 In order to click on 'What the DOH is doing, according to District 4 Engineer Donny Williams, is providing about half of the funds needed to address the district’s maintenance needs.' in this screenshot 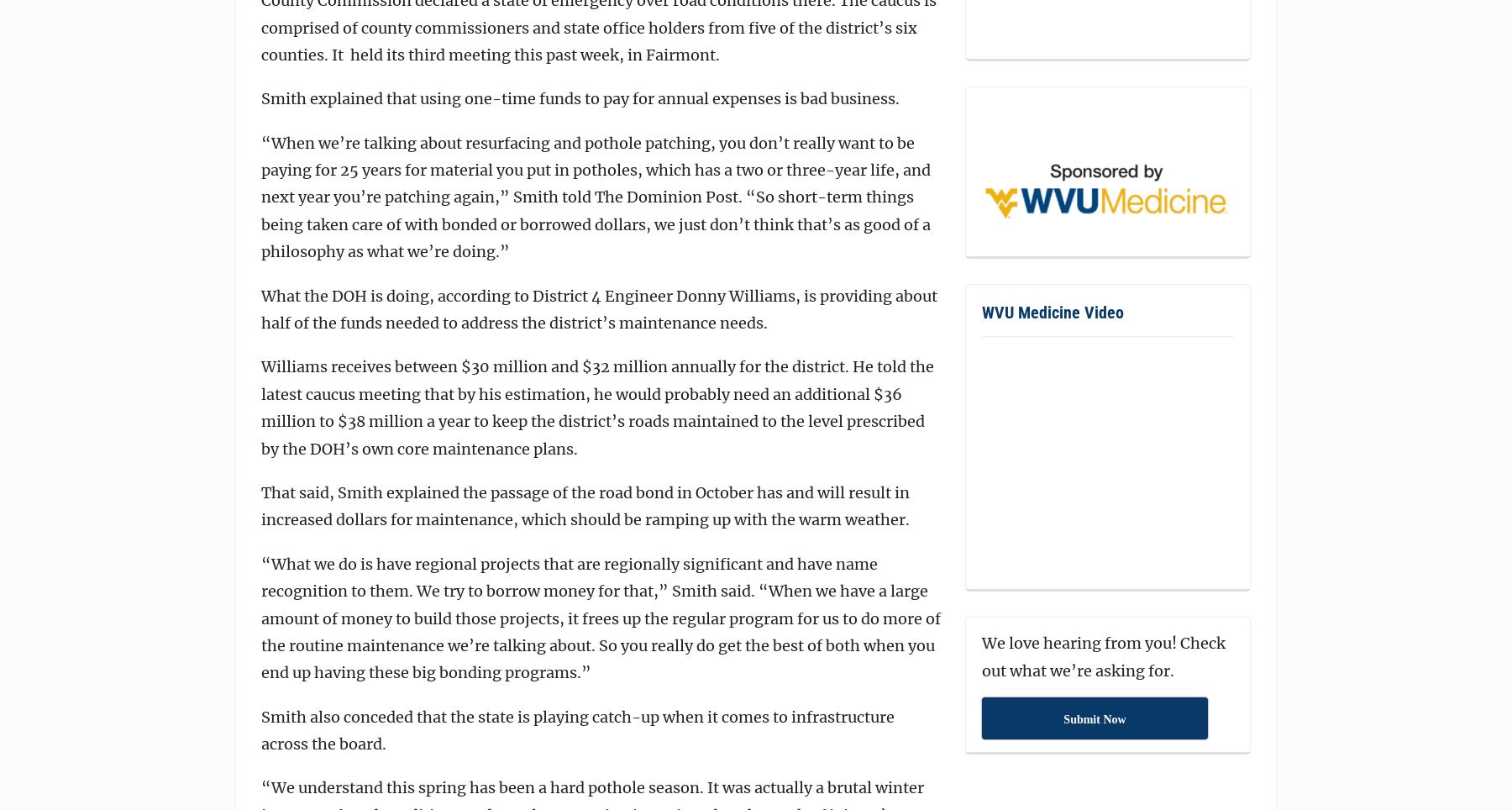, I will do `click(260, 308)`.